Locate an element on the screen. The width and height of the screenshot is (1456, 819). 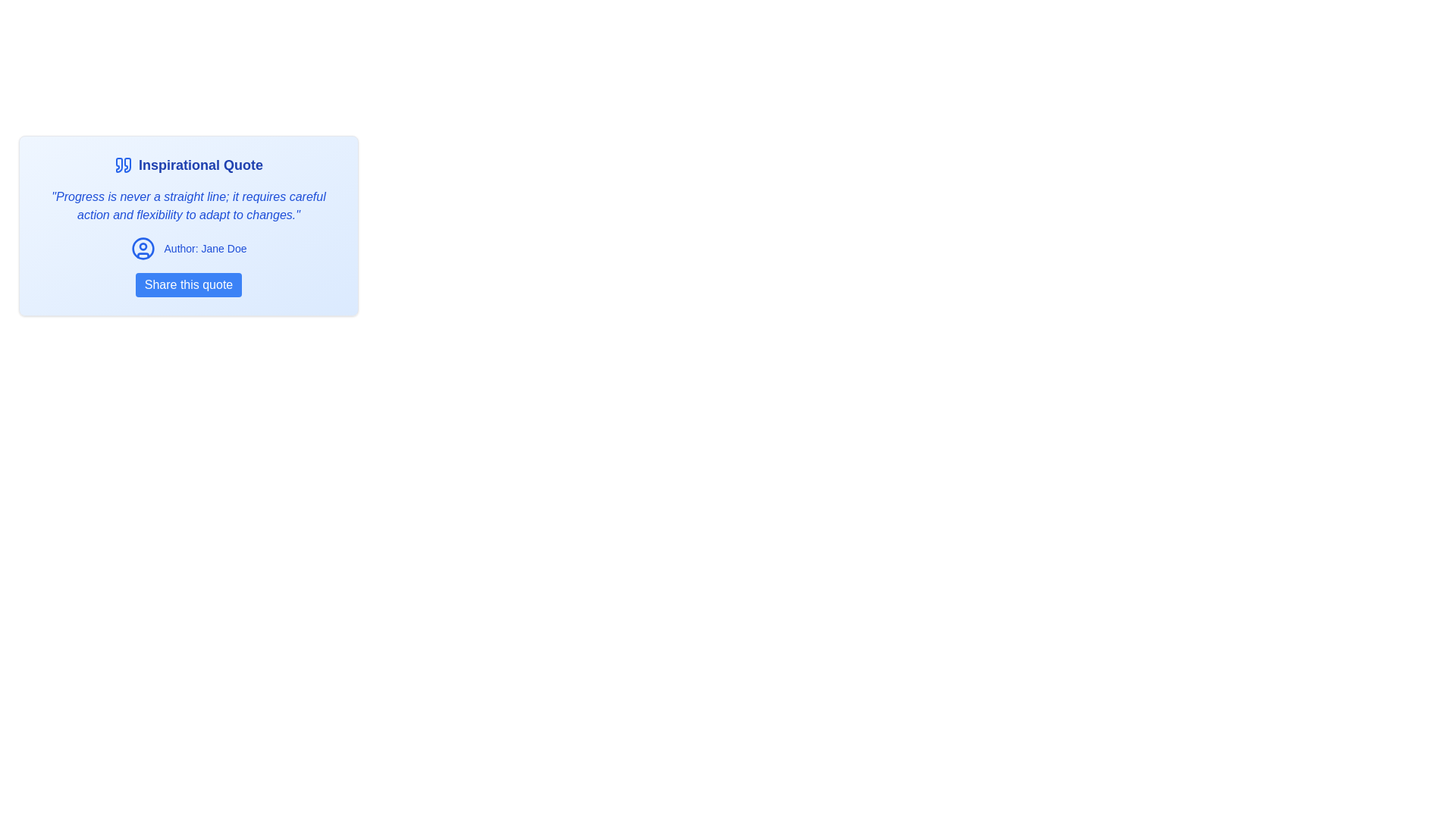
blue quotation mark graphic icon located to the left of the 'Inspirational Quote' heading using developer tools is located at coordinates (118, 165).